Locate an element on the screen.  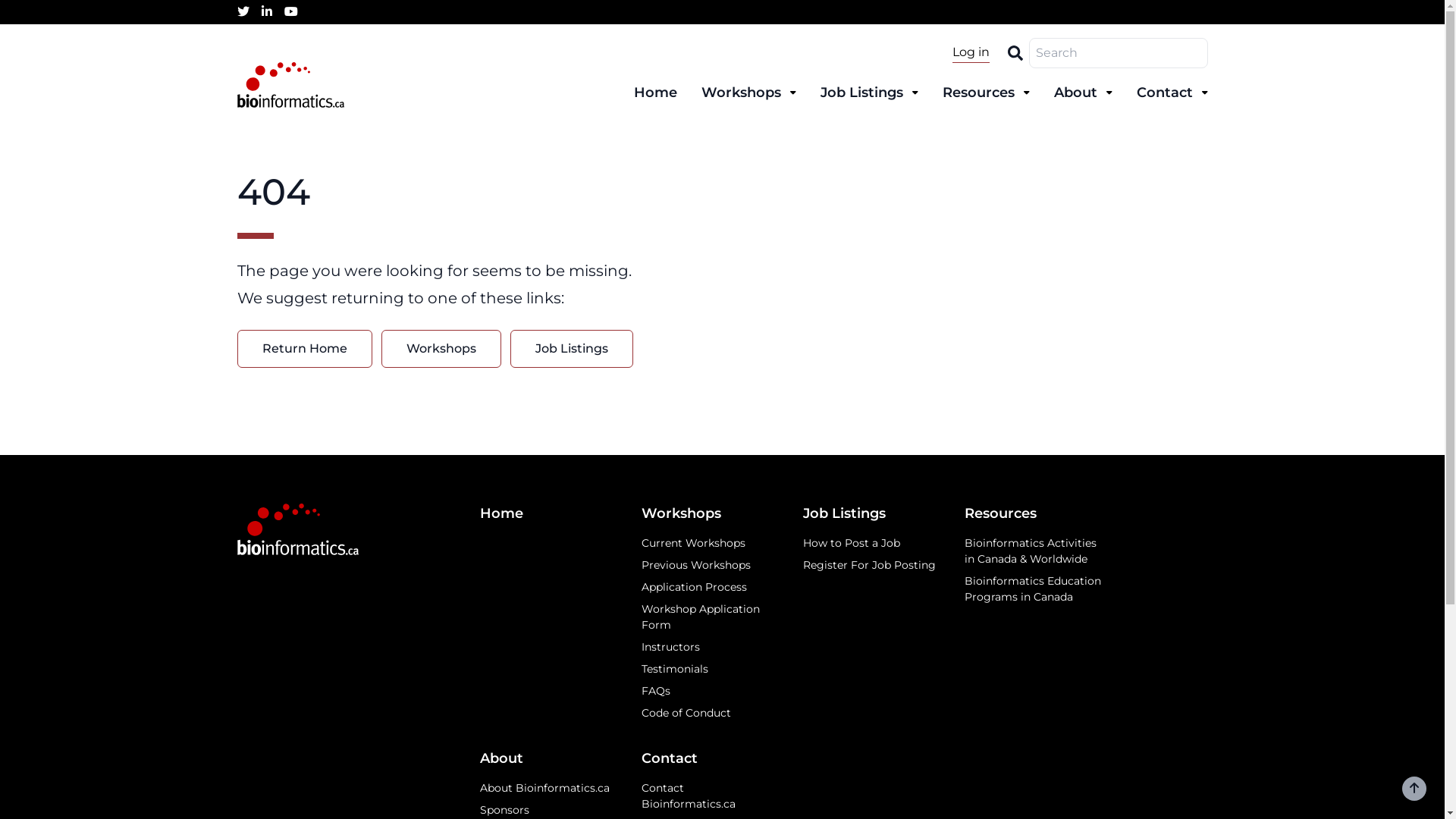
'Home' is located at coordinates (548, 513).